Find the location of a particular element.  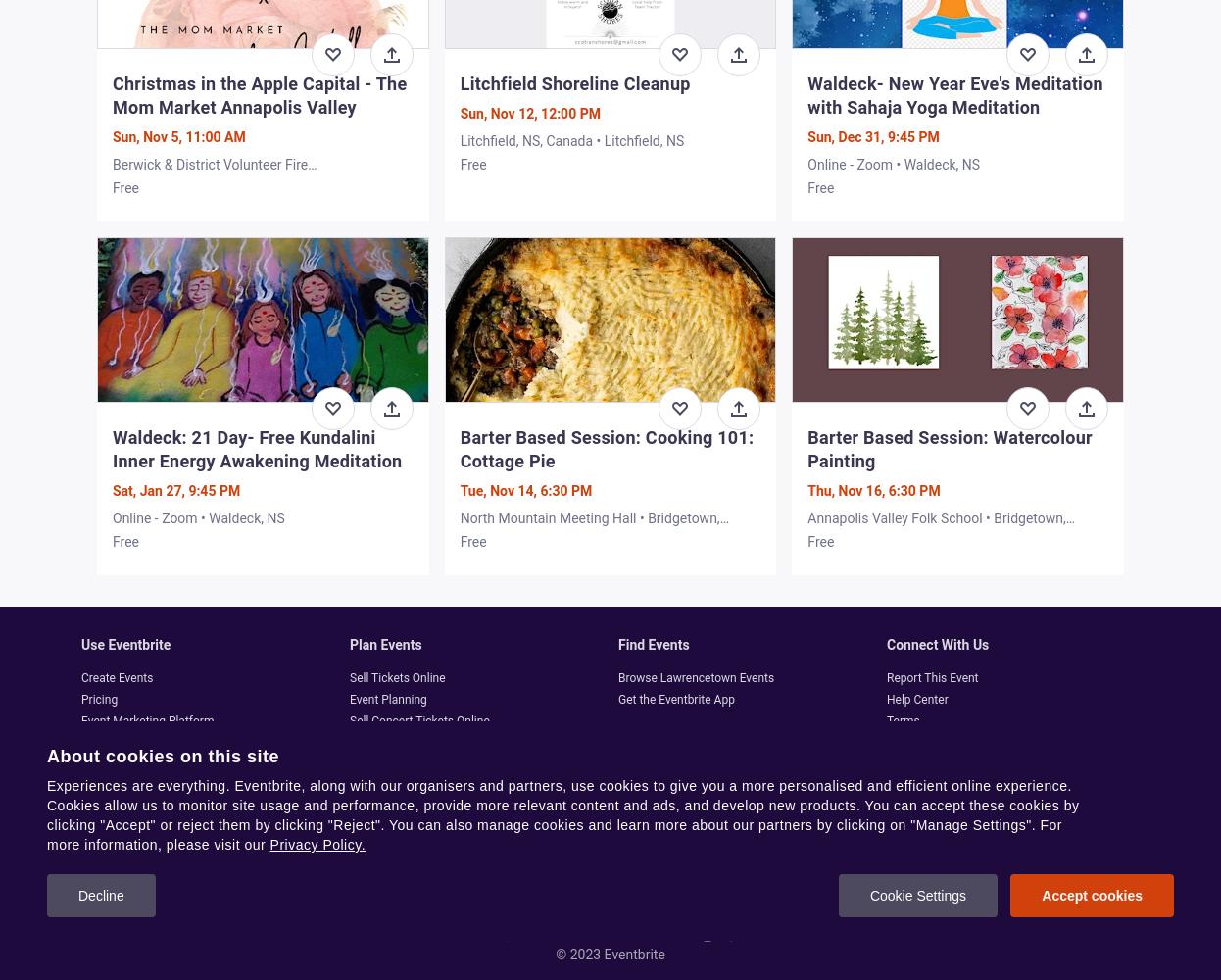

'Halloween Party Planning' is located at coordinates (416, 807).